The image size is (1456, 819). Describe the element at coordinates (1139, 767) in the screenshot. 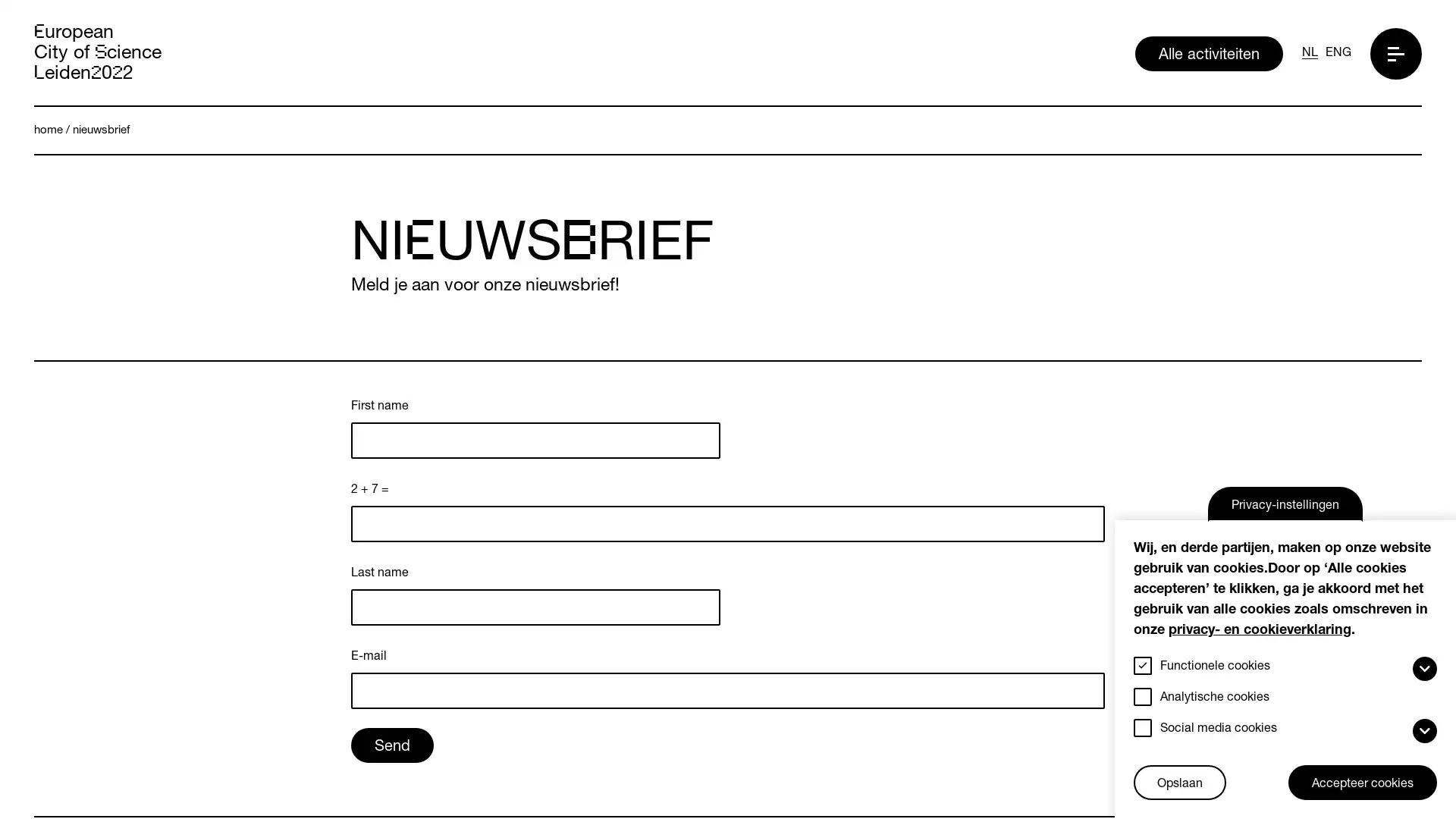

I see `Weiger cookies` at that location.